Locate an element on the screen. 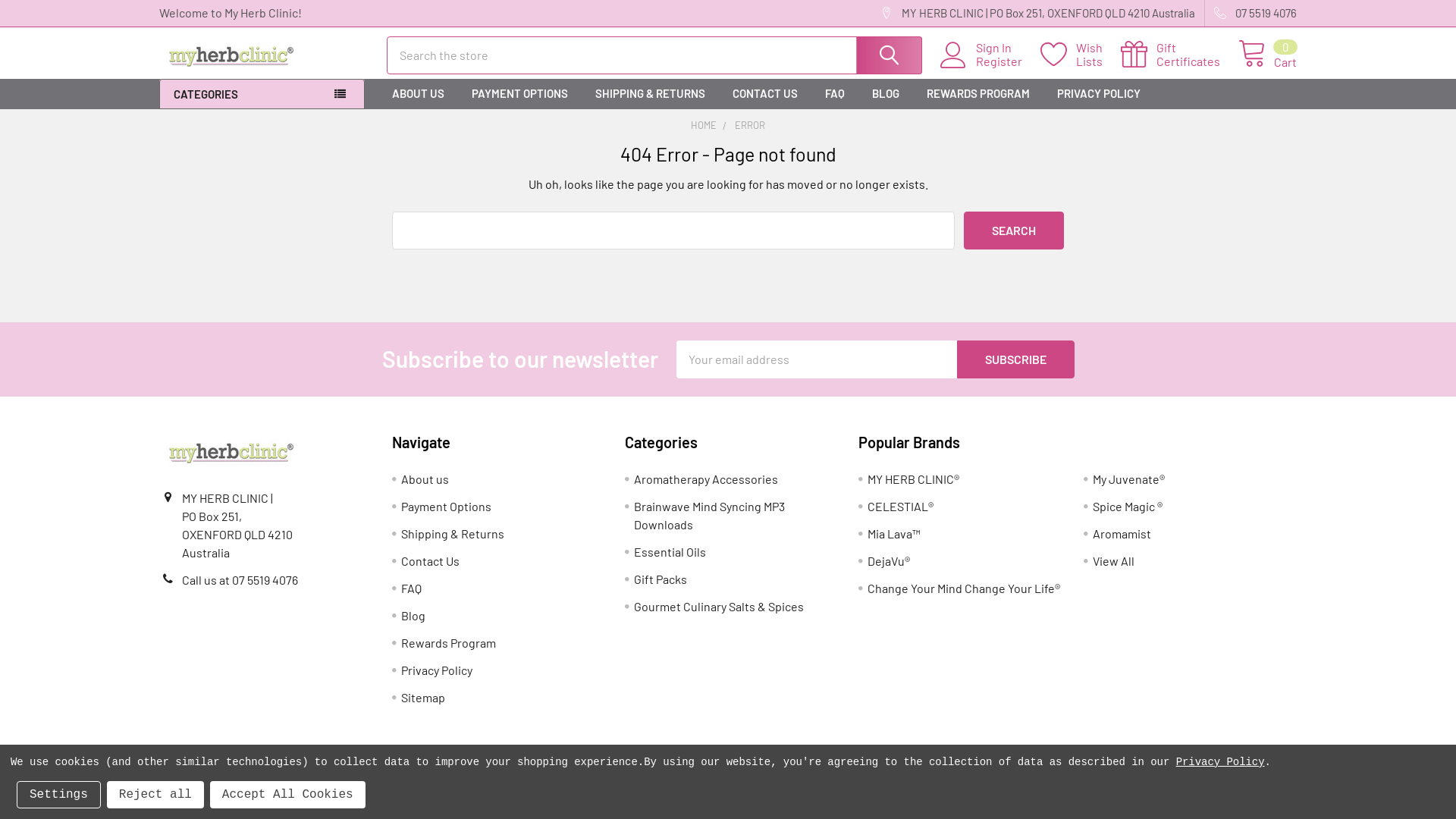  'Papathemes' is located at coordinates (563, 783).